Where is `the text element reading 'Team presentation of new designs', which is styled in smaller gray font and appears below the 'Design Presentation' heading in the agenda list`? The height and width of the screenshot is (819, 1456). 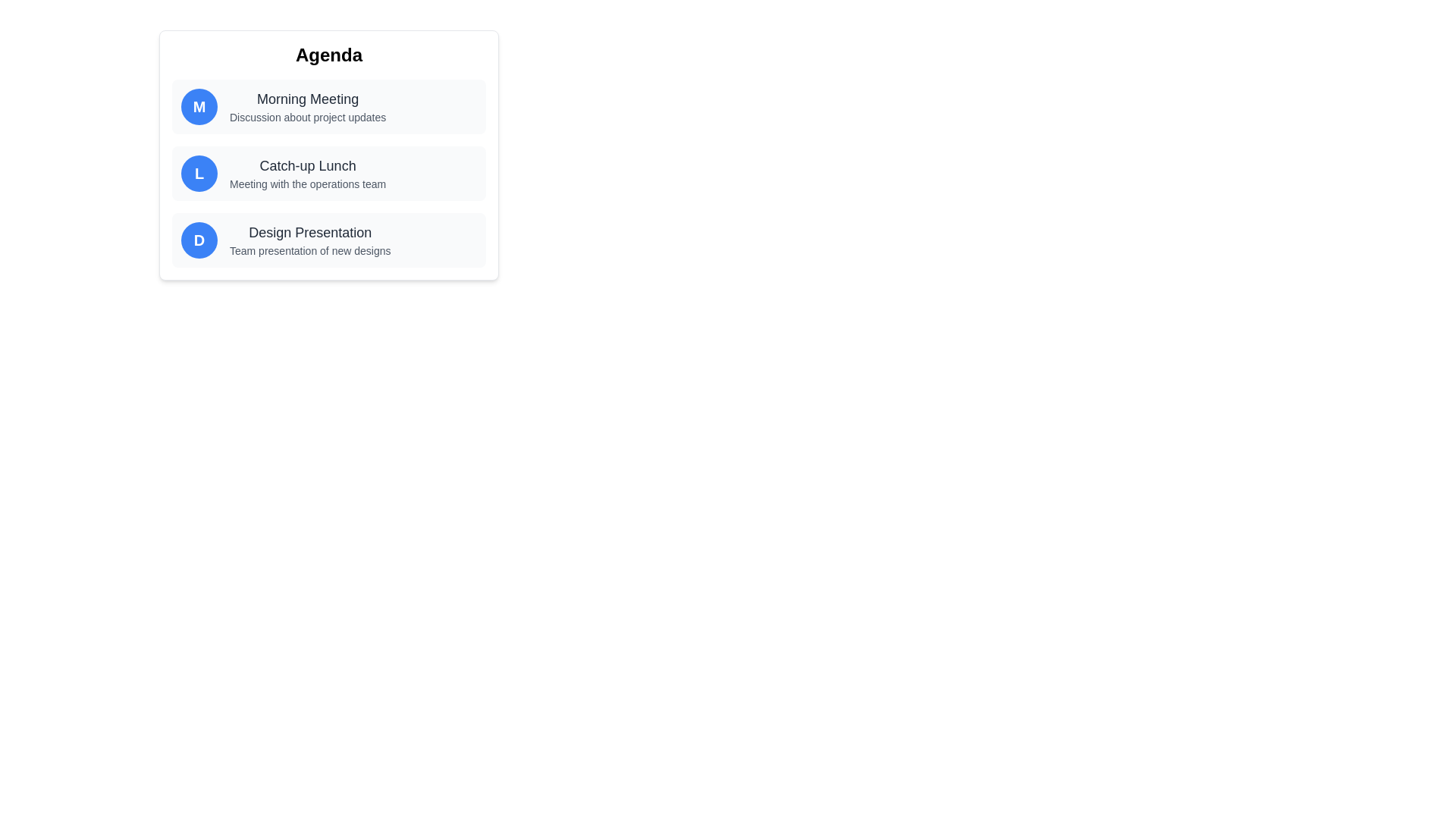
the text element reading 'Team presentation of new designs', which is styled in smaller gray font and appears below the 'Design Presentation' heading in the agenda list is located at coordinates (309, 250).